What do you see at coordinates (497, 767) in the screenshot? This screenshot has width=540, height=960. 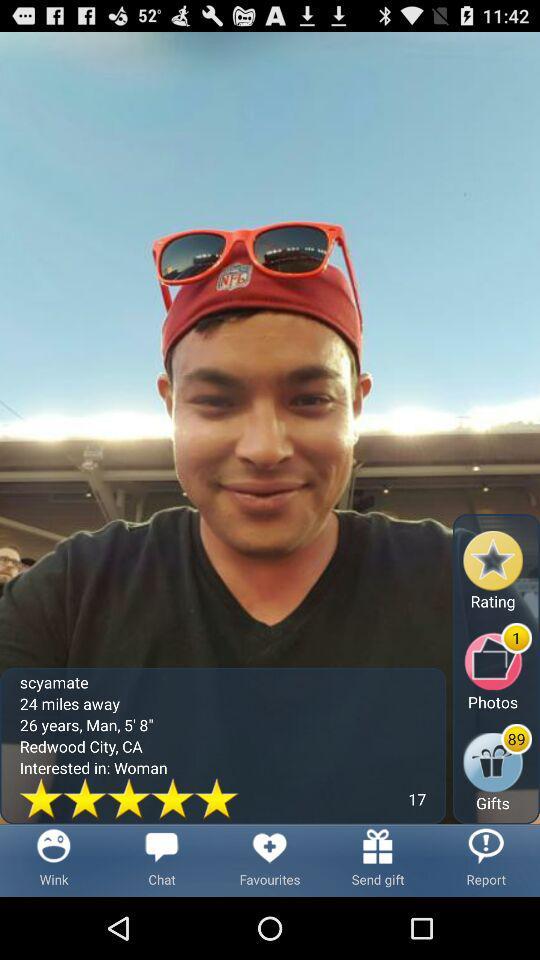 I see `icon to the right of 24 miles away item` at bounding box center [497, 767].